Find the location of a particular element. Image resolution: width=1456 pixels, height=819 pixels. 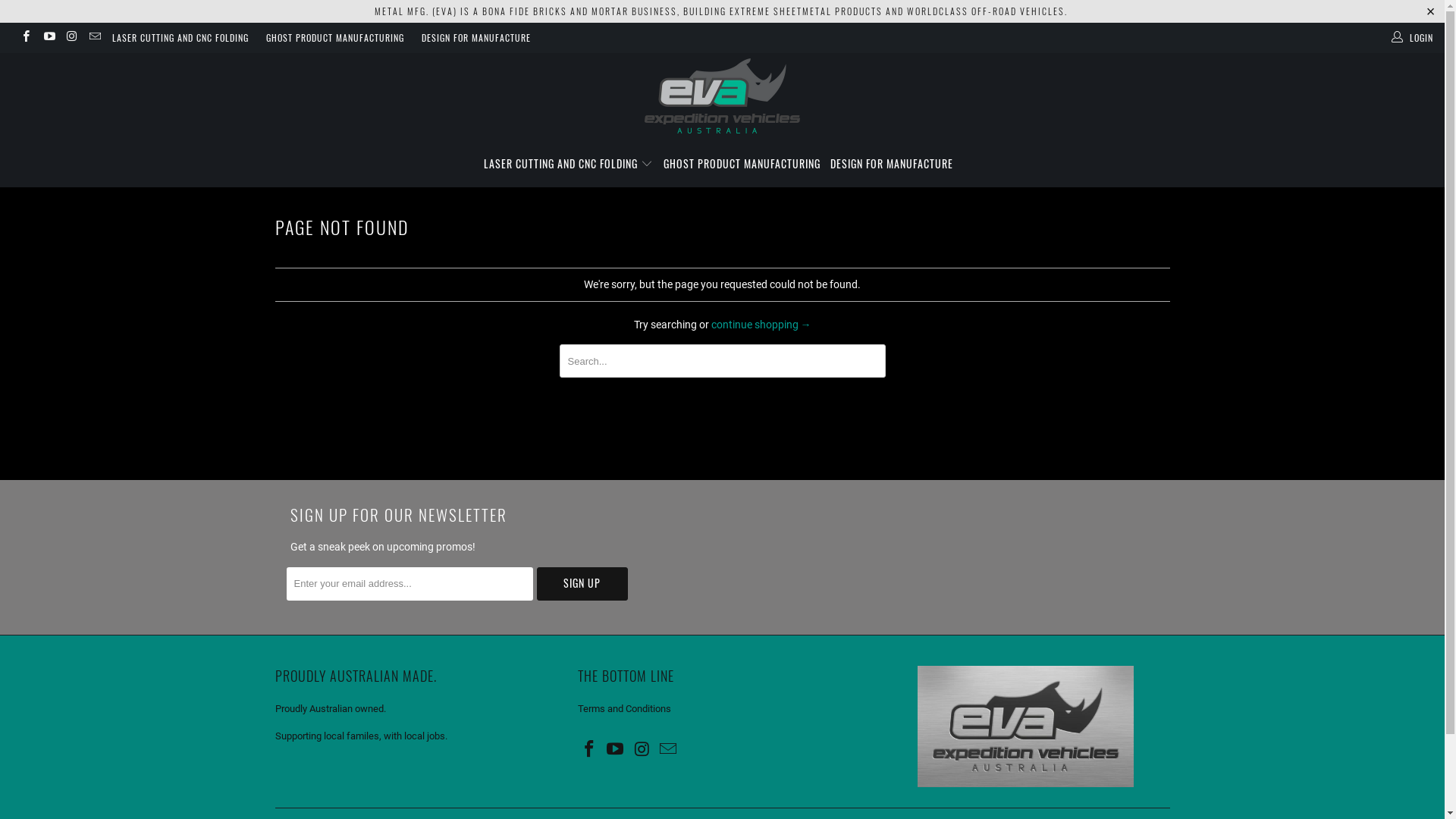

'Sign Up' is located at coordinates (582, 583).